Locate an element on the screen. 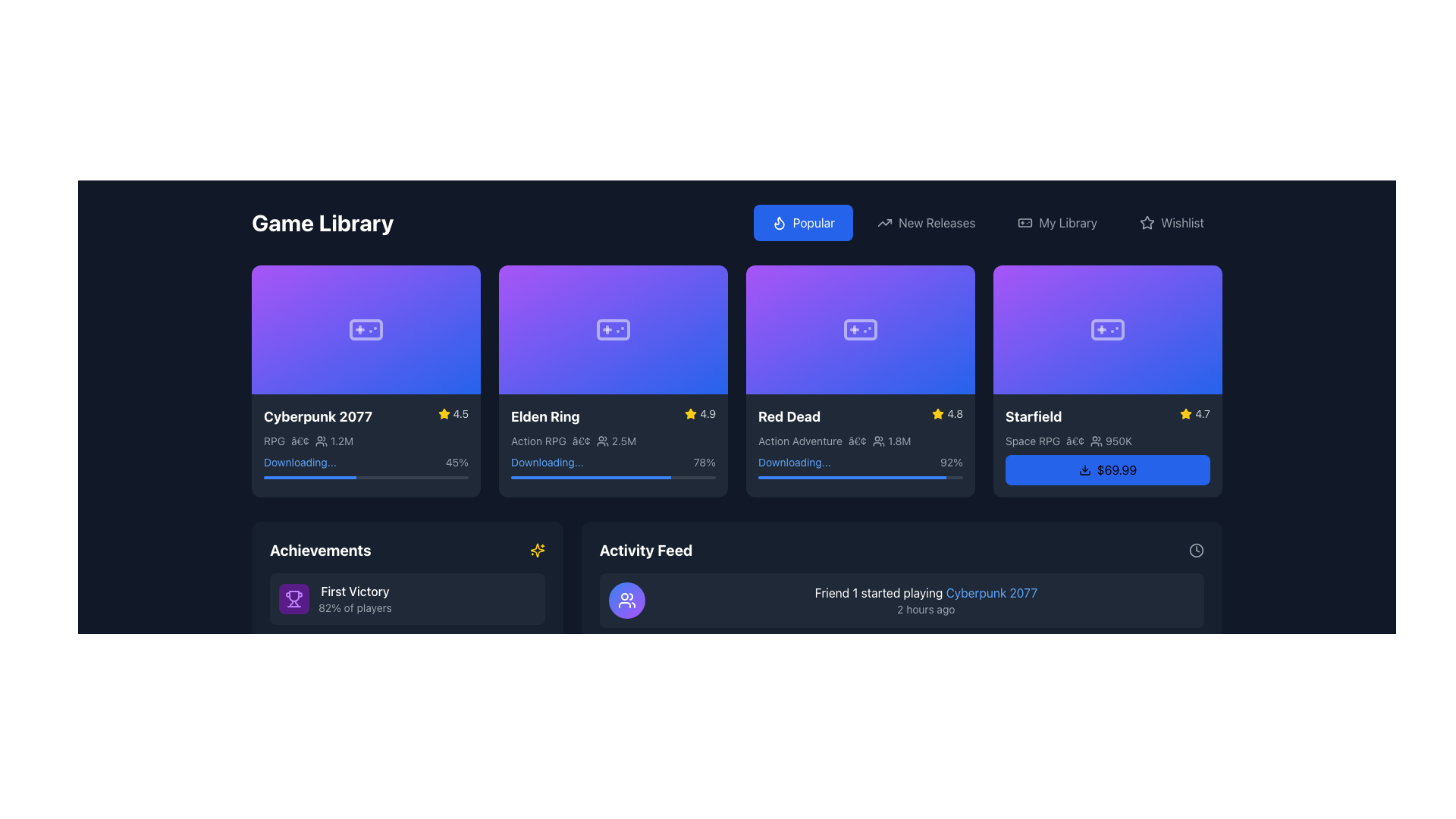 The width and height of the screenshot is (1456, 819). the blue-colored text 'Cyberpunk 2077' in the text-based notification indicating that 'Friend 1 started playing Cyberpunk 2077' is located at coordinates (925, 599).